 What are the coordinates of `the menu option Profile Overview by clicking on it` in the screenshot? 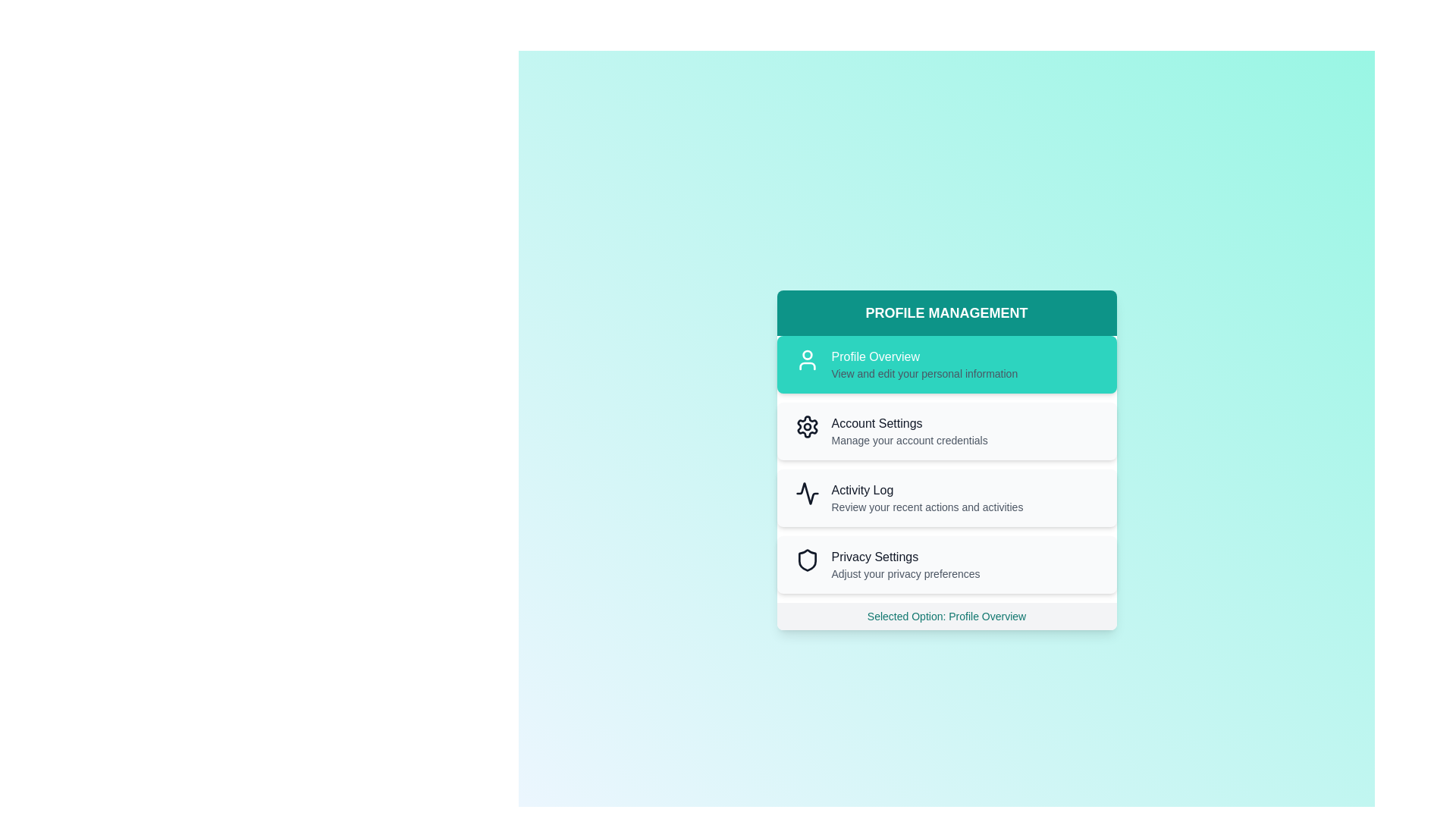 It's located at (946, 365).